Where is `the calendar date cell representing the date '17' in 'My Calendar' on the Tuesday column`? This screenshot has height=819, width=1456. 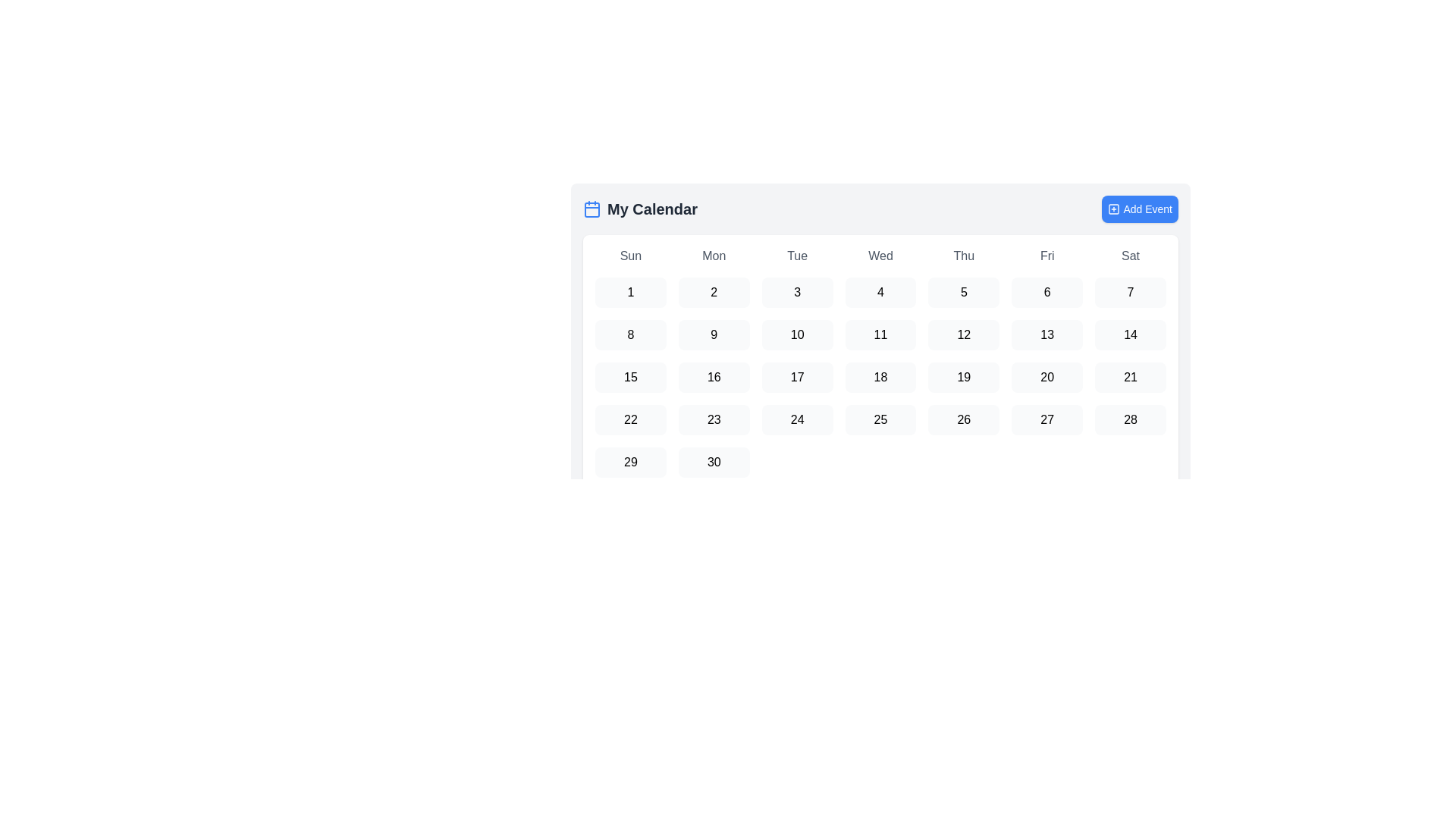
the calendar date cell representing the date '17' in 'My Calendar' on the Tuesday column is located at coordinates (796, 376).